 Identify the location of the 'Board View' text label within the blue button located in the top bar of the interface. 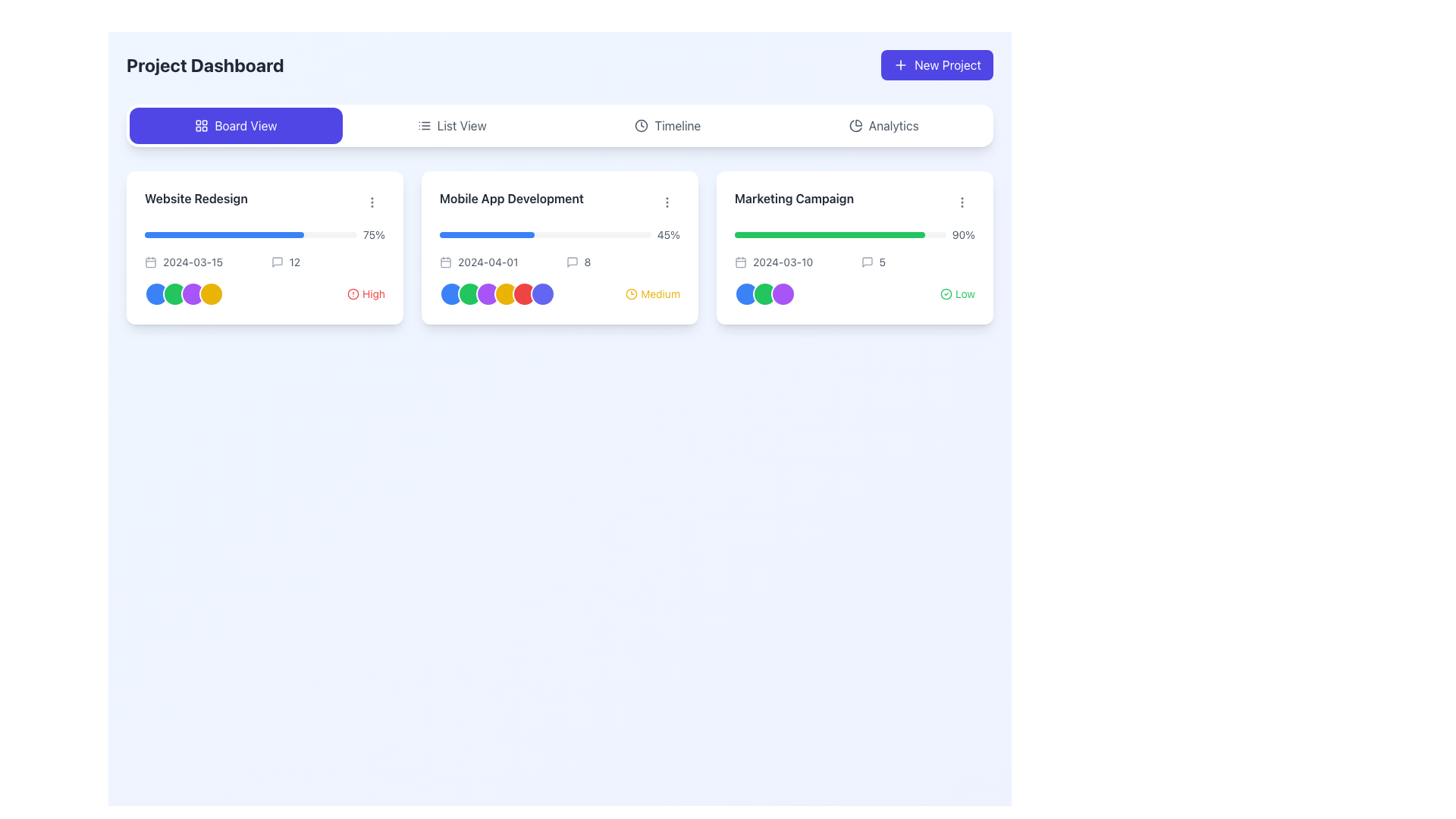
(246, 124).